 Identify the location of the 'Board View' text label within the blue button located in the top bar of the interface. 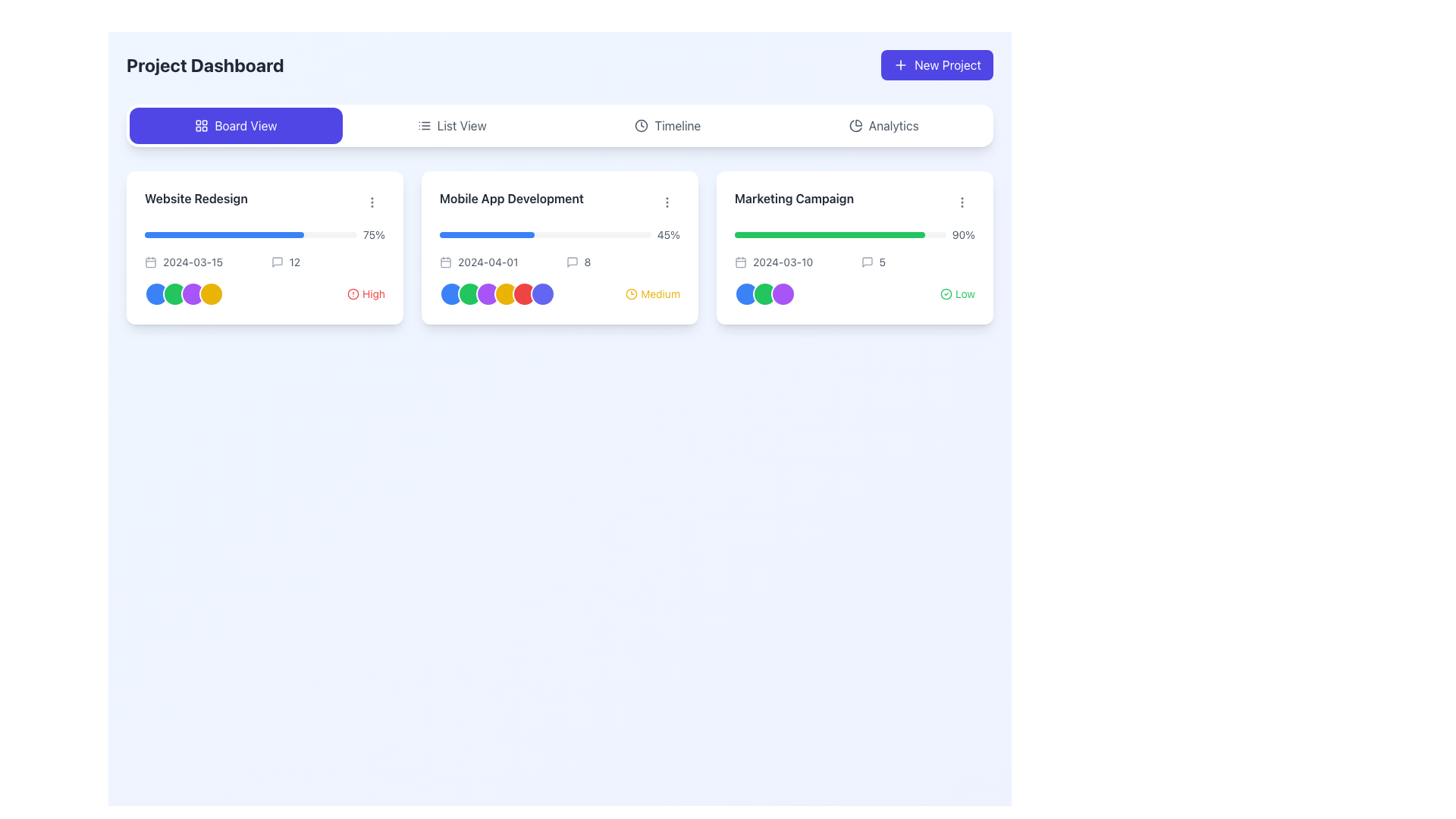
(246, 124).